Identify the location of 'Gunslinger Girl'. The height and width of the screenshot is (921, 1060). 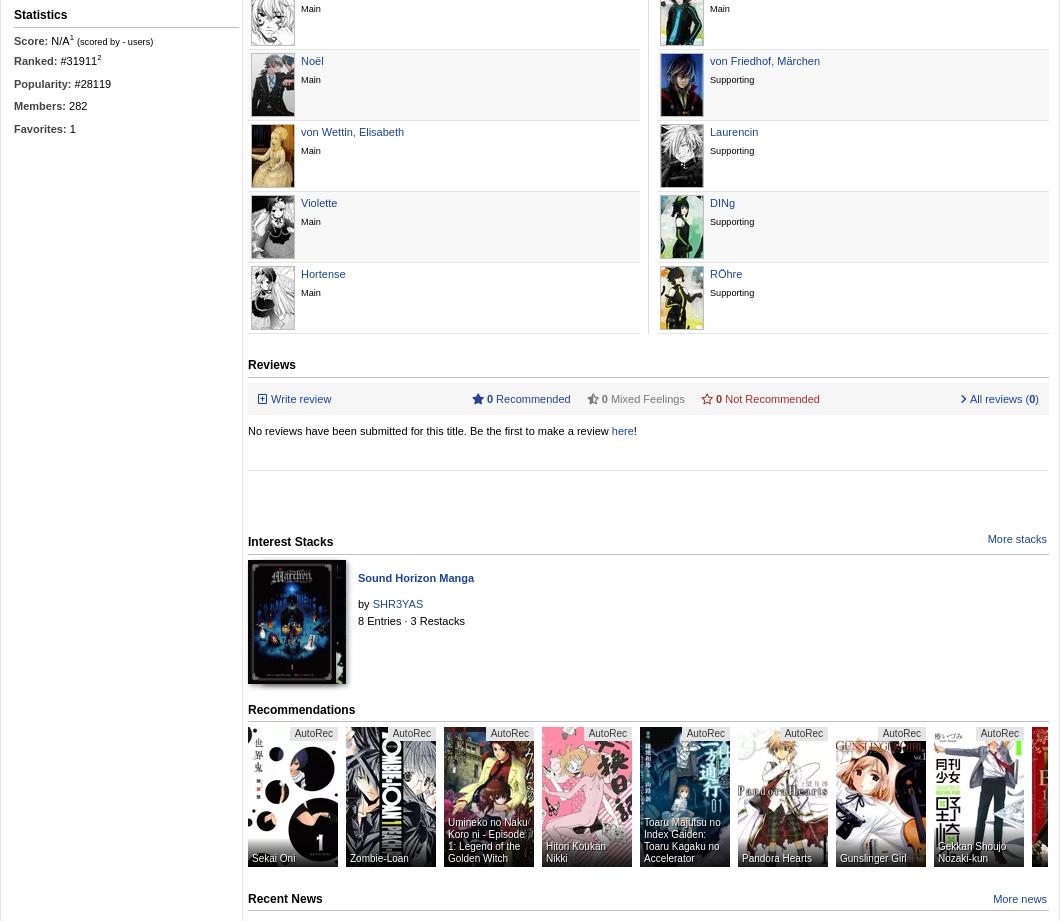
(873, 857).